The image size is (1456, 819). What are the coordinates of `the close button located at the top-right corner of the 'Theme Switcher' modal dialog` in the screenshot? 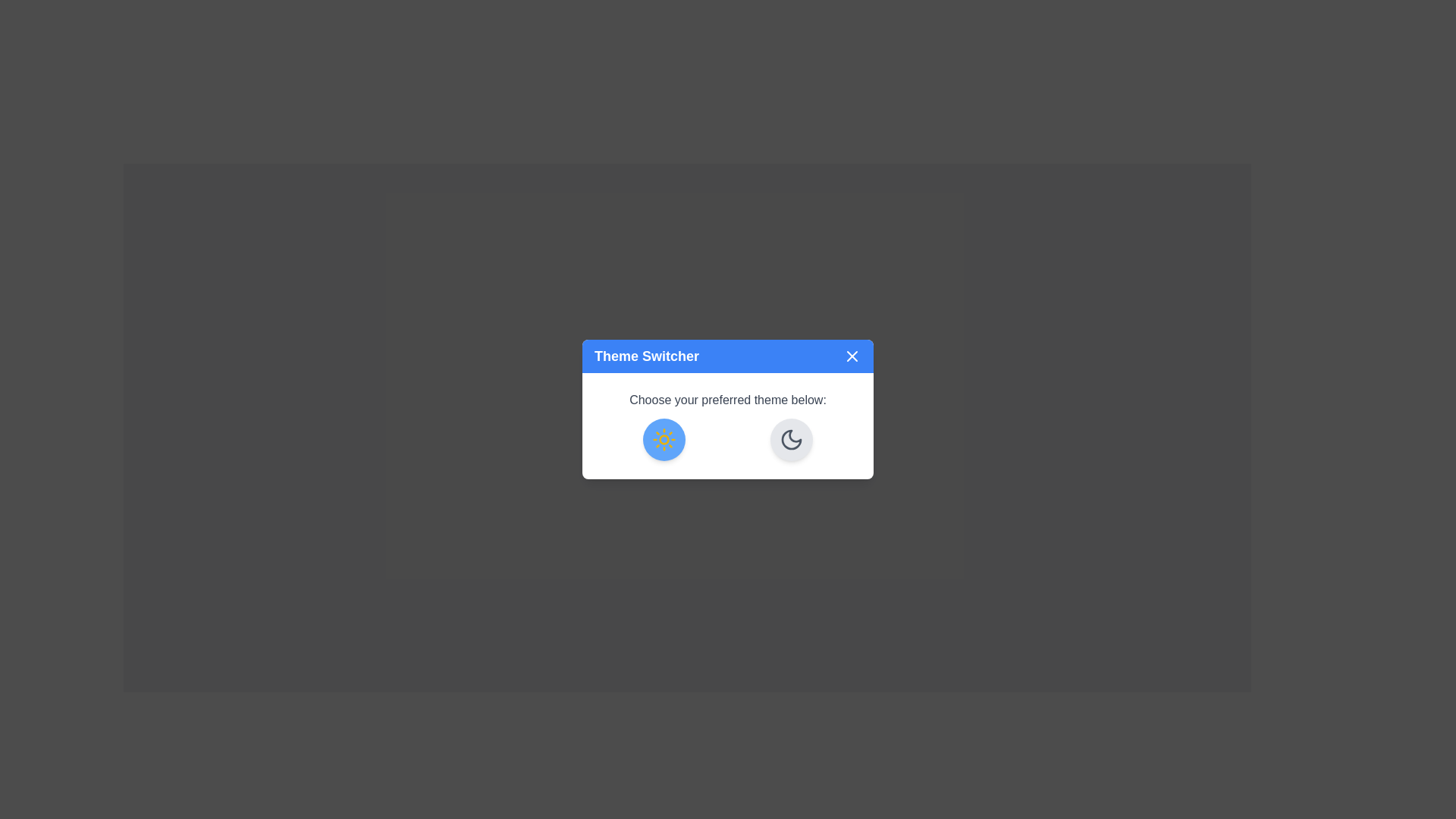 It's located at (852, 356).